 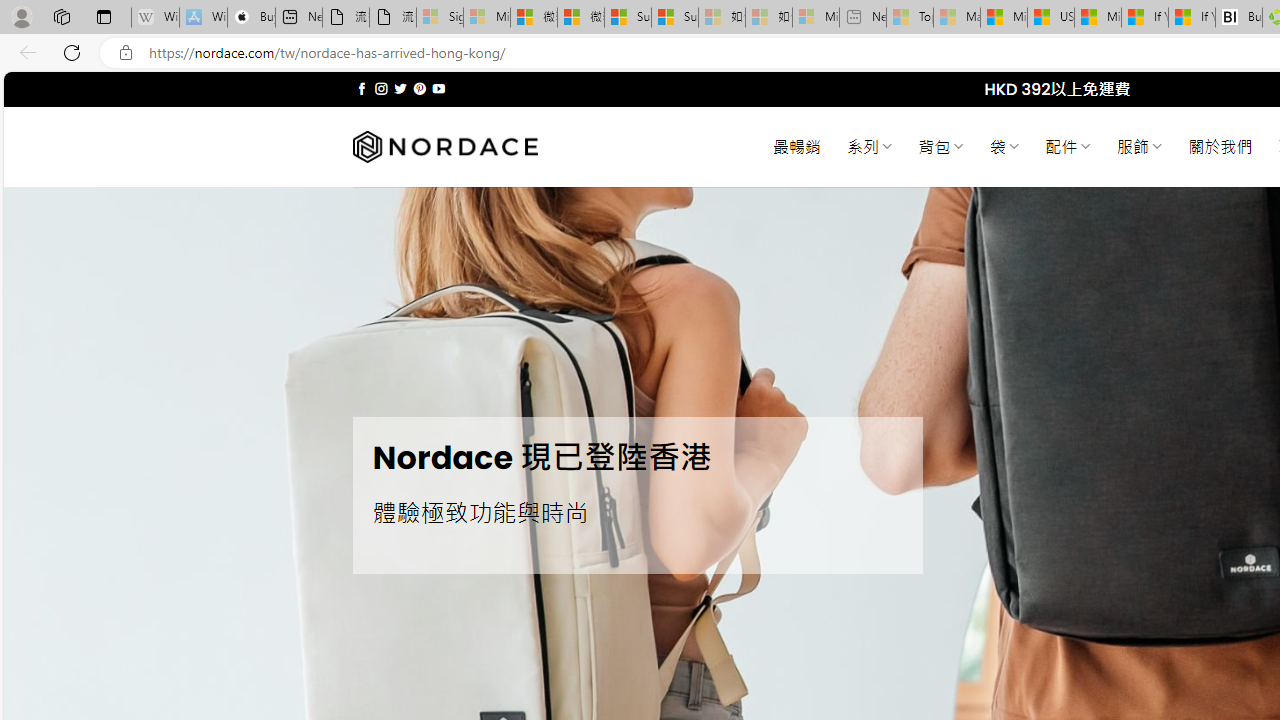 What do you see at coordinates (250, 17) in the screenshot?
I see `'Buy iPad - Apple'` at bounding box center [250, 17].